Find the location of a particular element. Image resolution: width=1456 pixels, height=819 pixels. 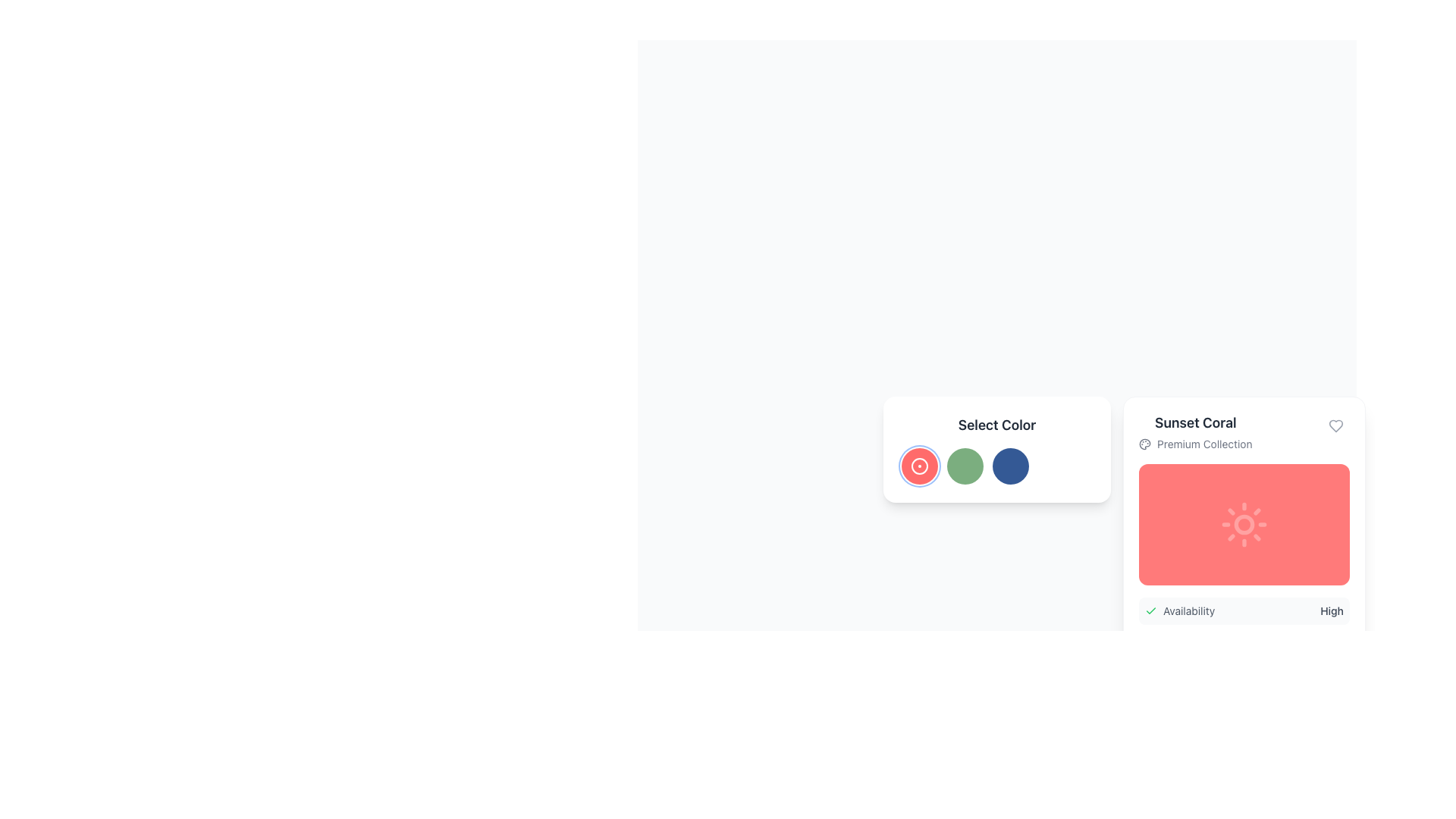

the availability status icon located in the bottom section of the card component, to the left of the 'Availability' text is located at coordinates (1150, 610).